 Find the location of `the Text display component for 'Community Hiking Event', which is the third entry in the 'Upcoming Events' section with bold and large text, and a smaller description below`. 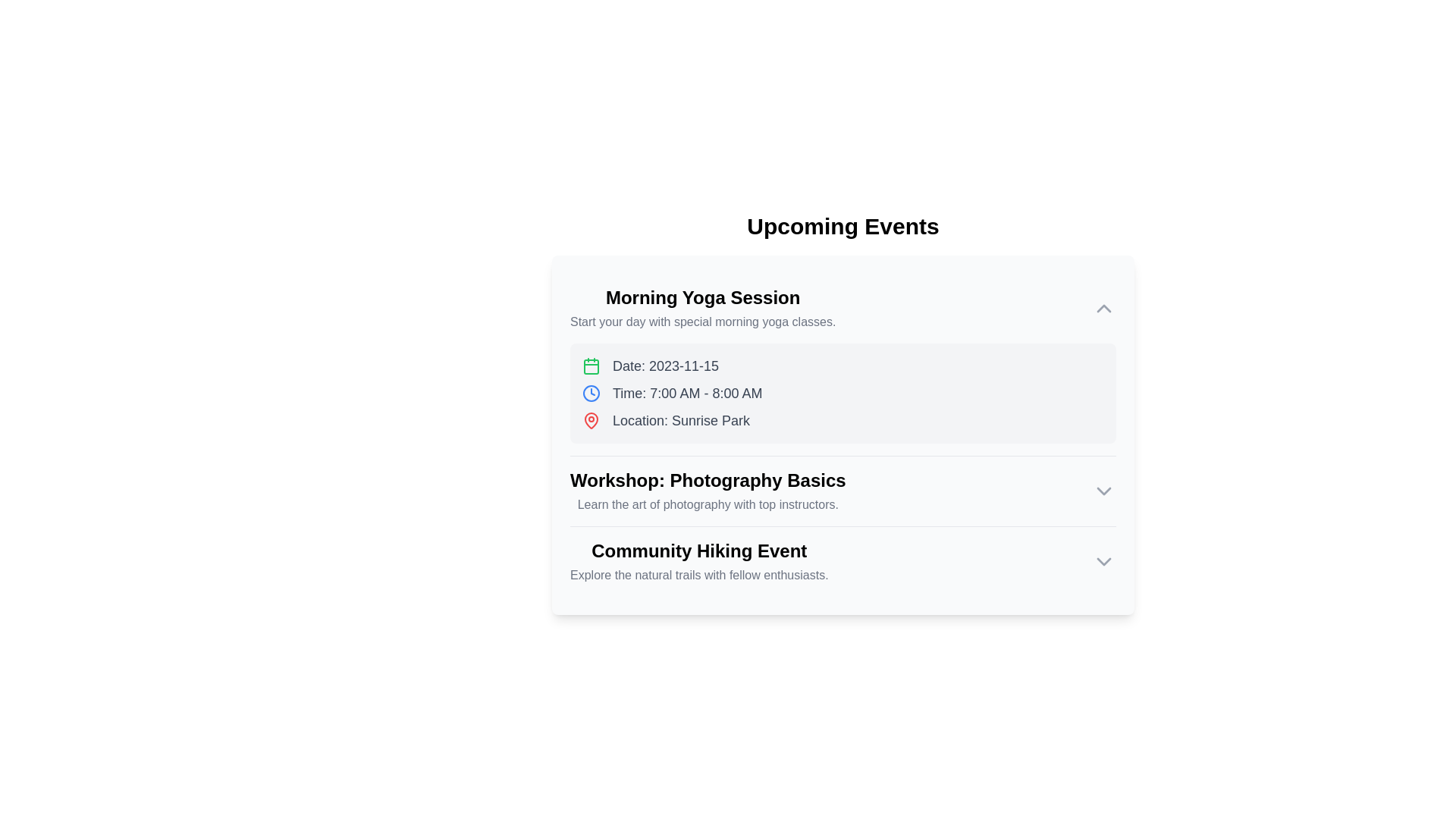

the Text display component for 'Community Hiking Event', which is the third entry in the 'Upcoming Events' section with bold and large text, and a smaller description below is located at coordinates (698, 561).